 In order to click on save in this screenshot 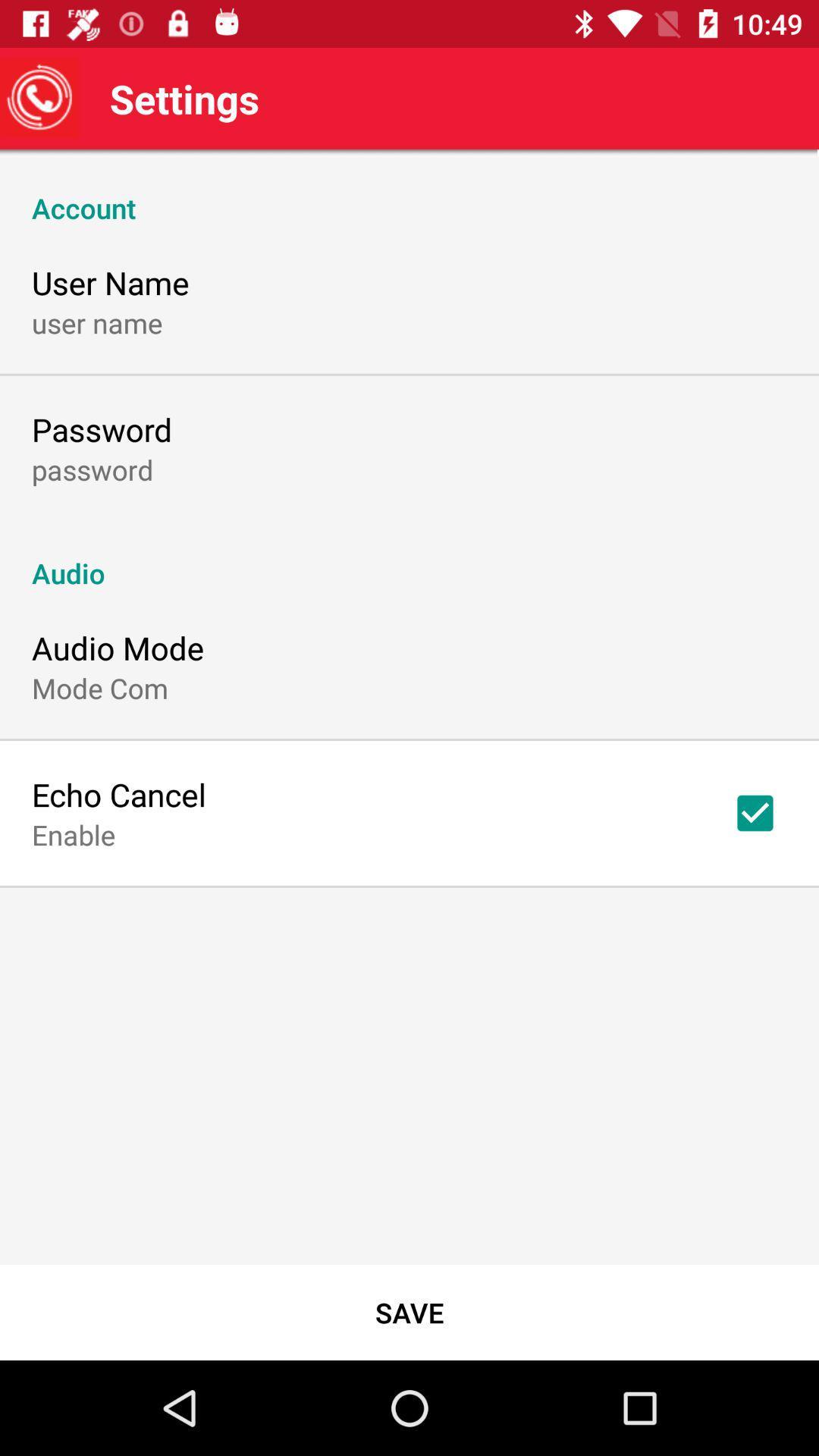, I will do `click(409, 1312)`.